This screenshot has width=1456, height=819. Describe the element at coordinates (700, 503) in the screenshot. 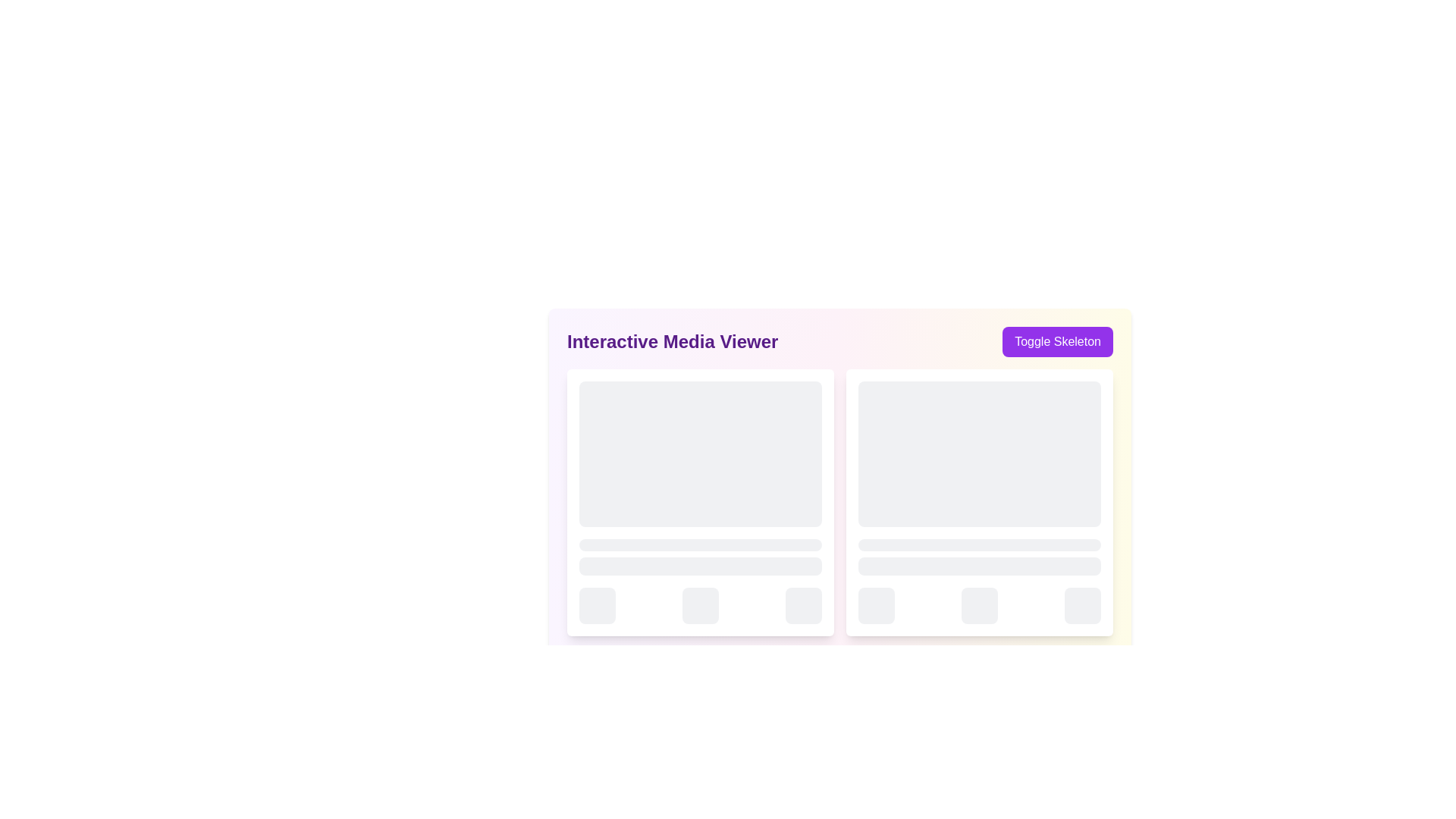

I see `the loading skeleton placeholder component located at the top-left corner of the 2x2 grid layout` at that location.